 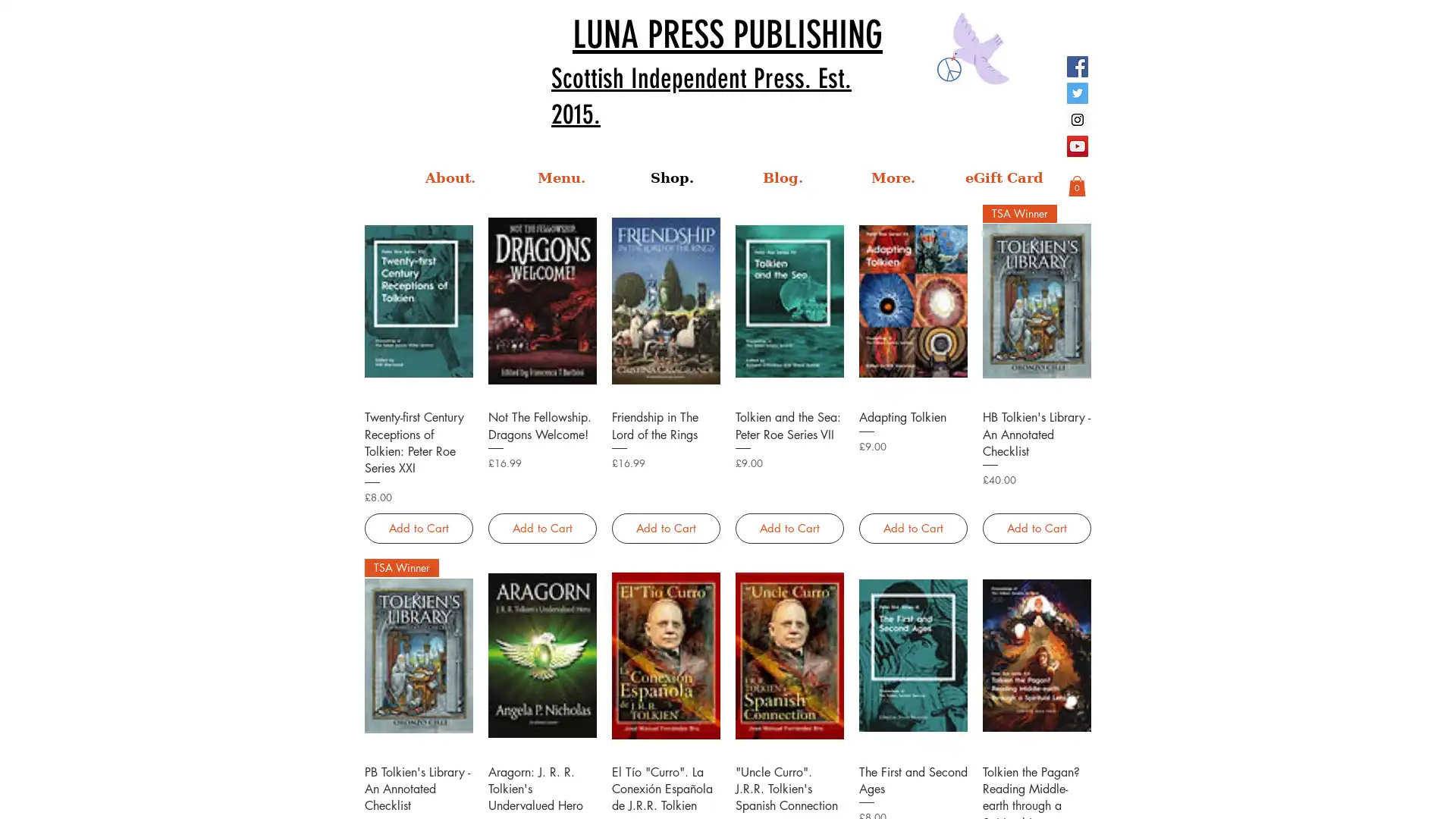 I want to click on Quick View, so click(x=665, y=770).